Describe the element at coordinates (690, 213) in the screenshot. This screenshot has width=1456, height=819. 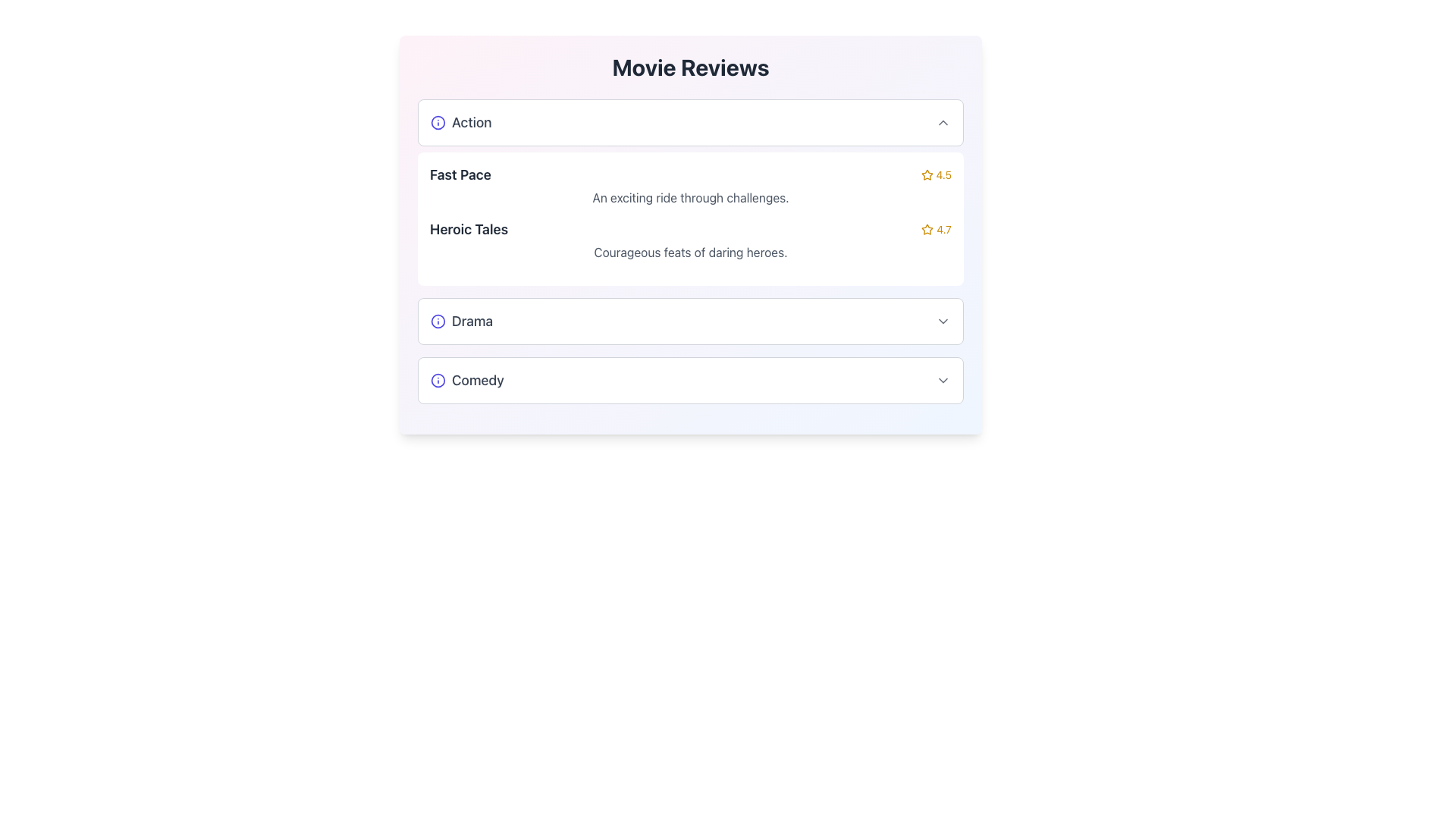
I see `the composite informational display element showing movie titles 'Fast Pace' and 'Heroic Tales'` at that location.